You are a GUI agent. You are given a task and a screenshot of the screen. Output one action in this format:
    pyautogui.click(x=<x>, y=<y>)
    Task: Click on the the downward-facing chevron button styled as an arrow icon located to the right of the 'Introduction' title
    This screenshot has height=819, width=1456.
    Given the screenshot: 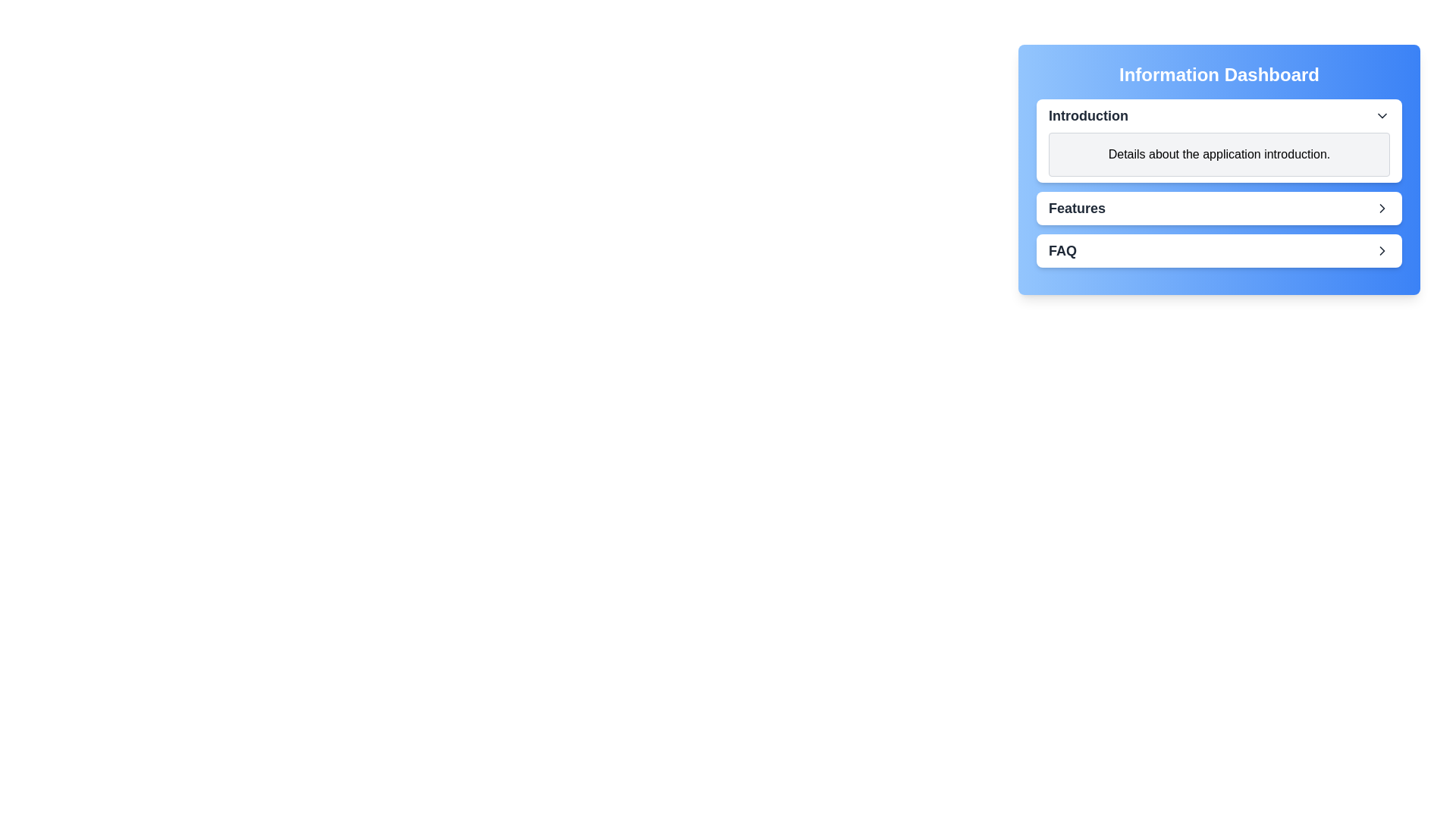 What is the action you would take?
    pyautogui.click(x=1382, y=115)
    